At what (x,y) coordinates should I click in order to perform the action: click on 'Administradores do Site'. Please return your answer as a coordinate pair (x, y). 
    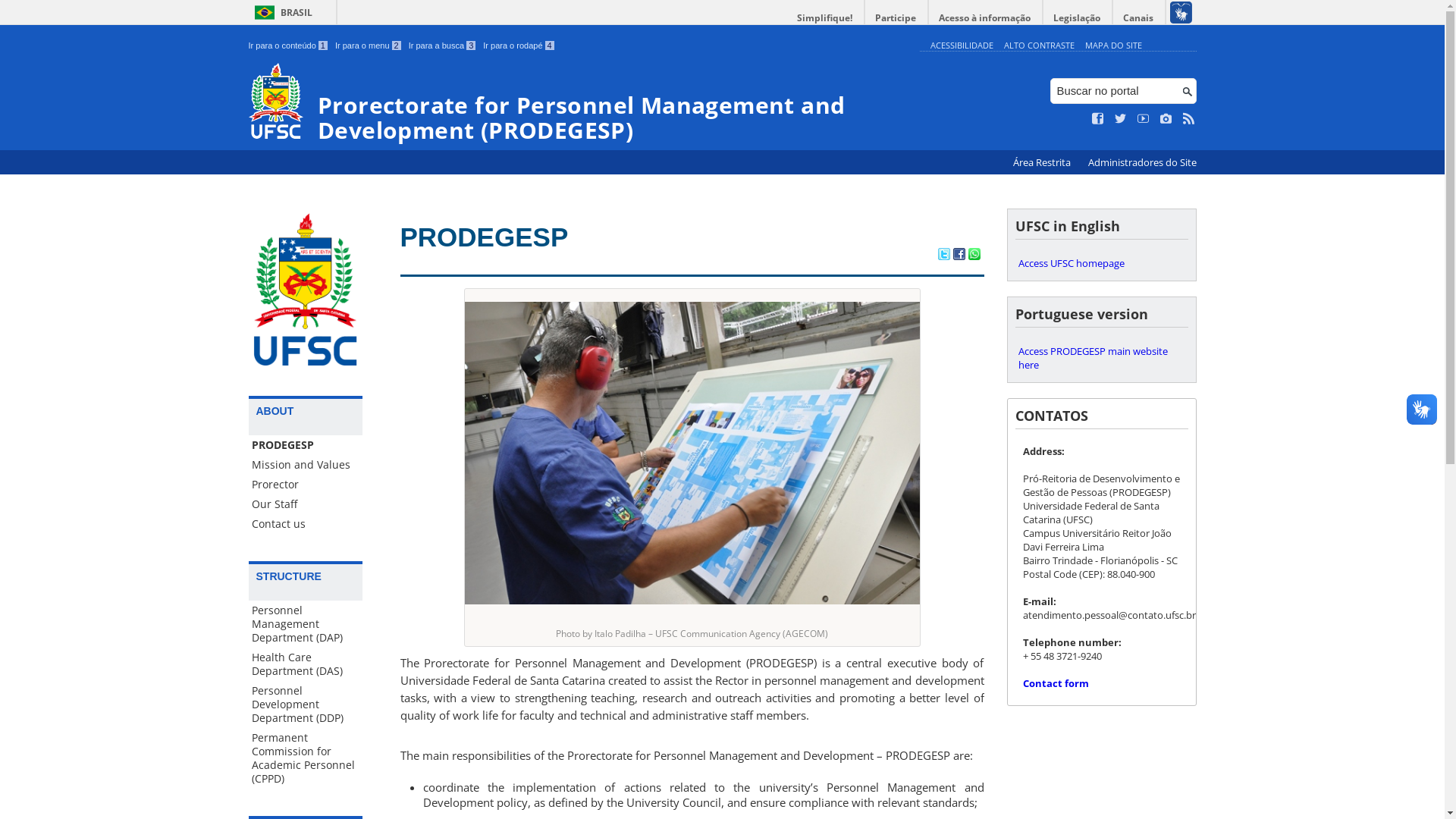
    Looking at the image, I should click on (1141, 162).